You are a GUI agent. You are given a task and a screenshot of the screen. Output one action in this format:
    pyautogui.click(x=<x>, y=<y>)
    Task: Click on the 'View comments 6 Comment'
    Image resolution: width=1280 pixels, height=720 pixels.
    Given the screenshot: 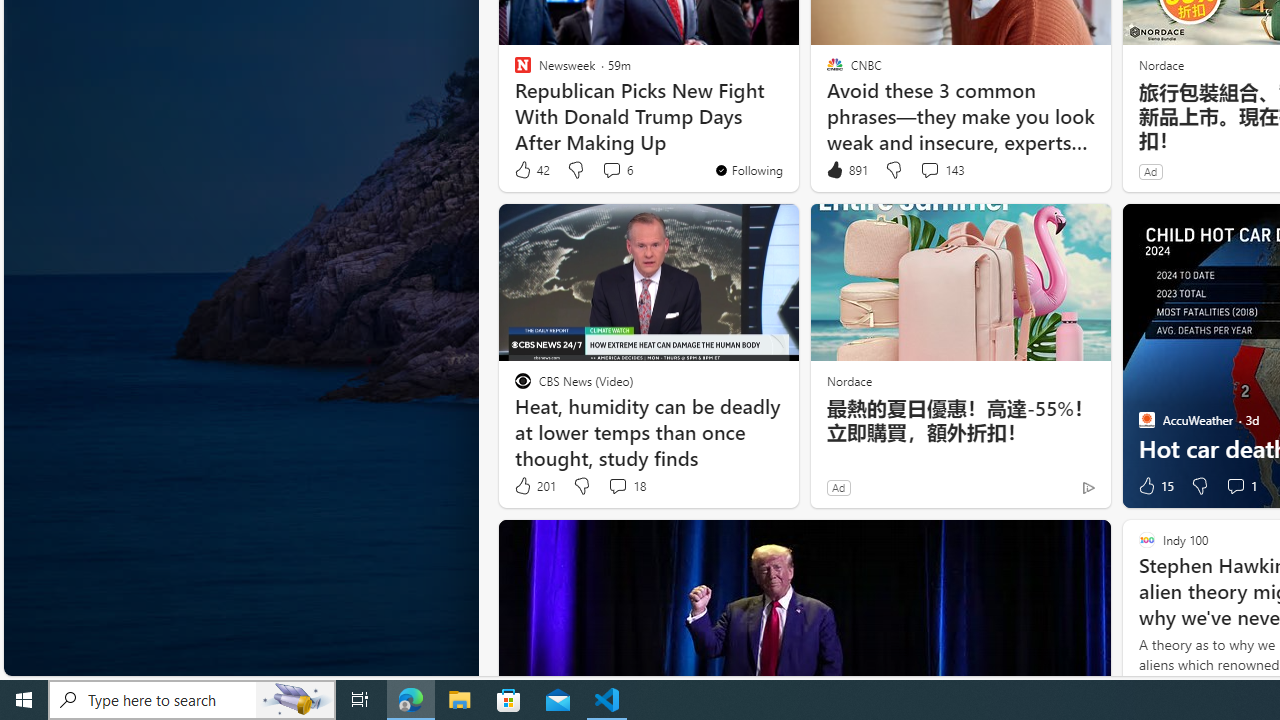 What is the action you would take?
    pyautogui.click(x=610, y=168)
    